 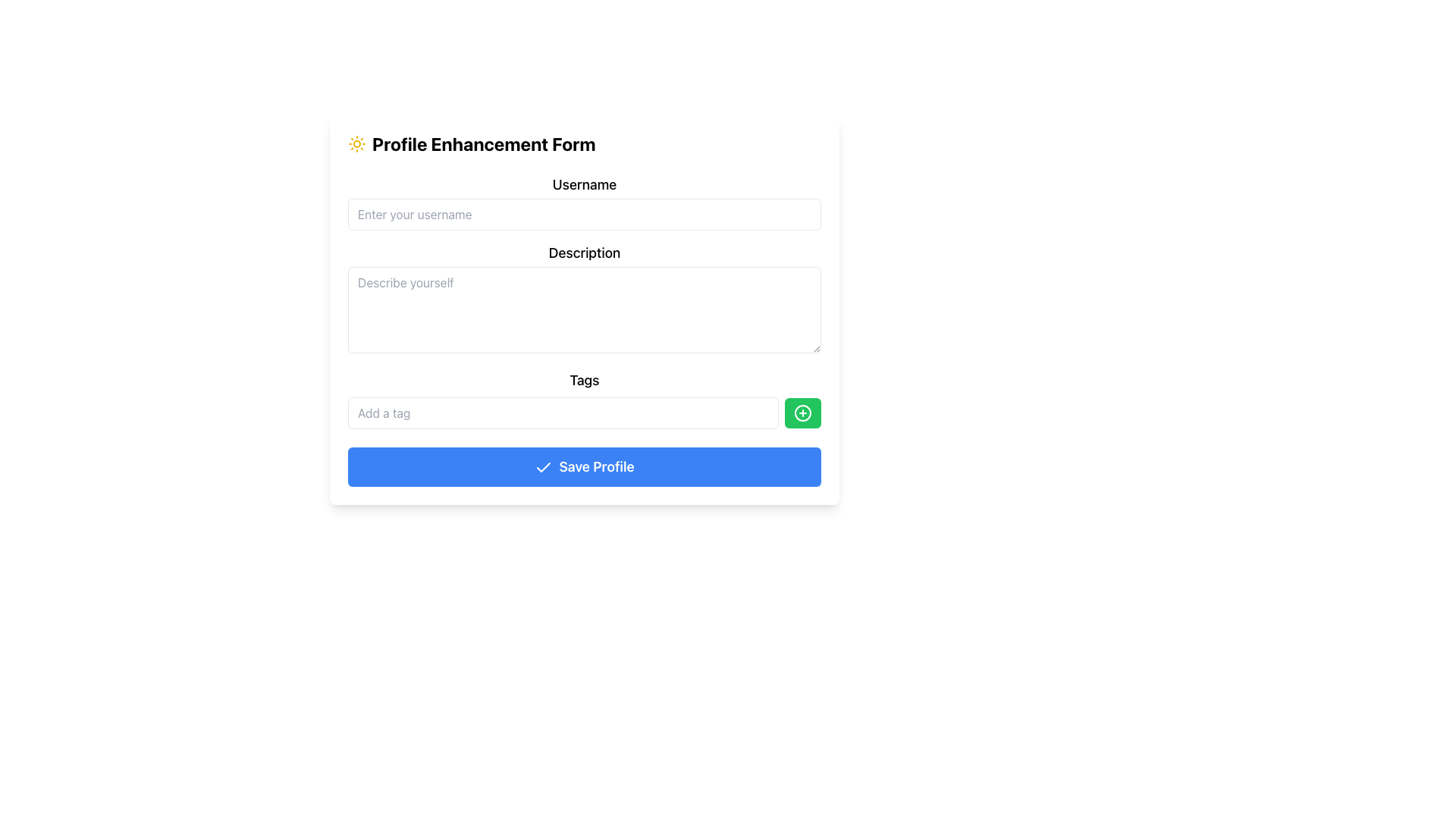 I want to click on the confirm button located to the immediate right of the 'Add a tag' input field in the 'Tags' section, so click(x=802, y=413).